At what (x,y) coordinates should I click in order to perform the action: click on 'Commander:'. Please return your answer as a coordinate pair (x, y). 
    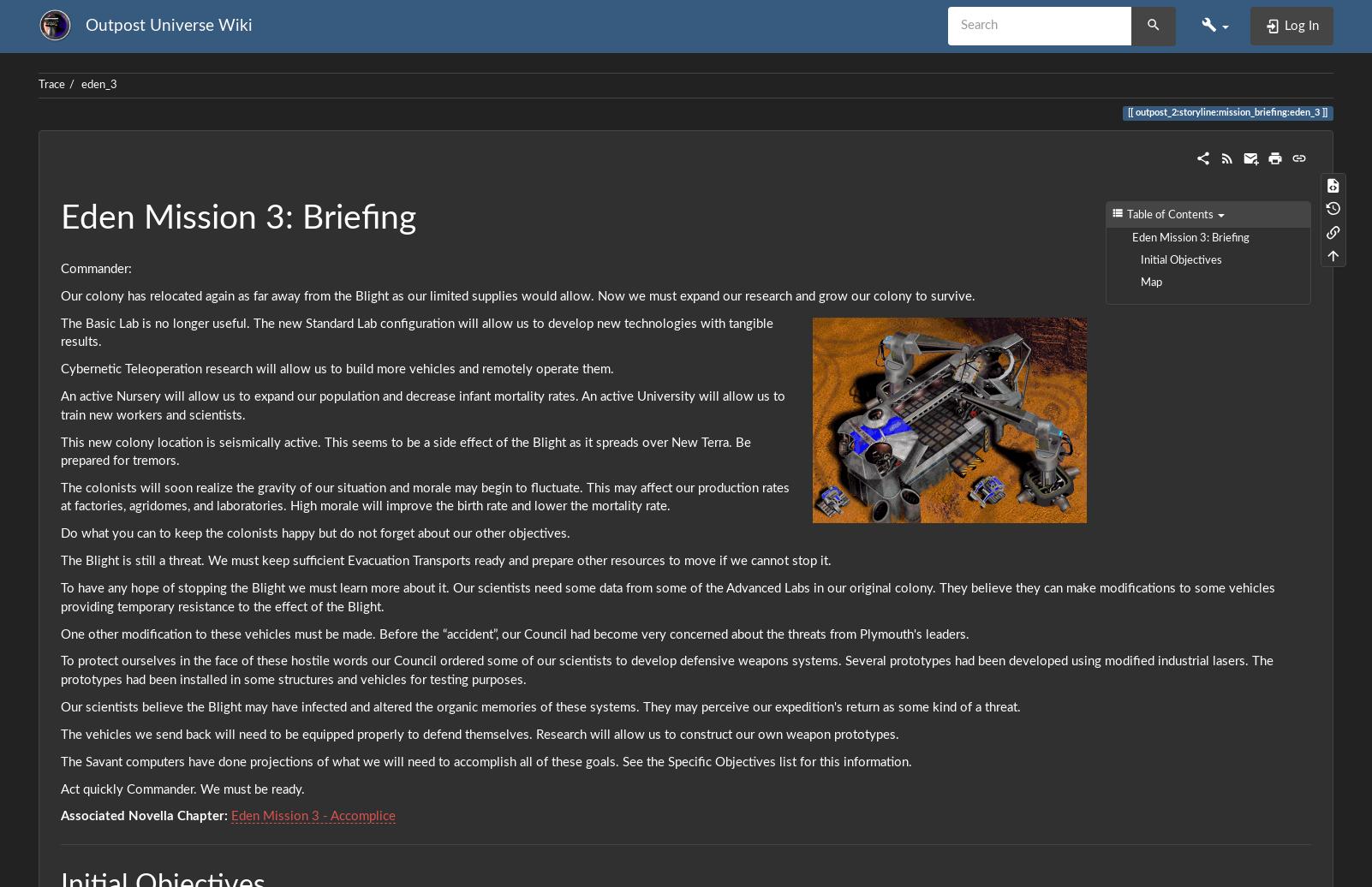
    Looking at the image, I should click on (95, 269).